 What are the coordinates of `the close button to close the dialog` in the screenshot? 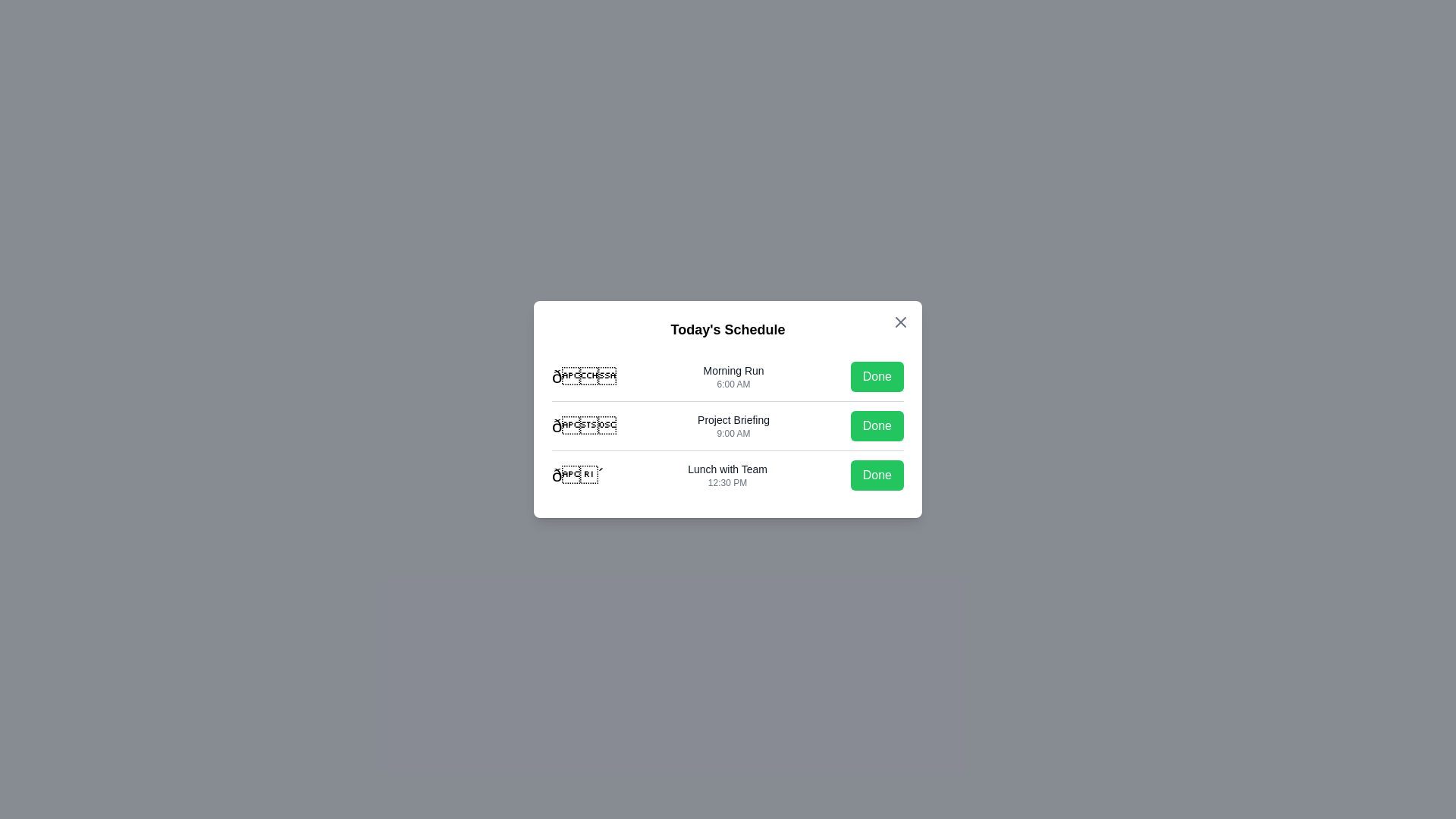 It's located at (901, 321).